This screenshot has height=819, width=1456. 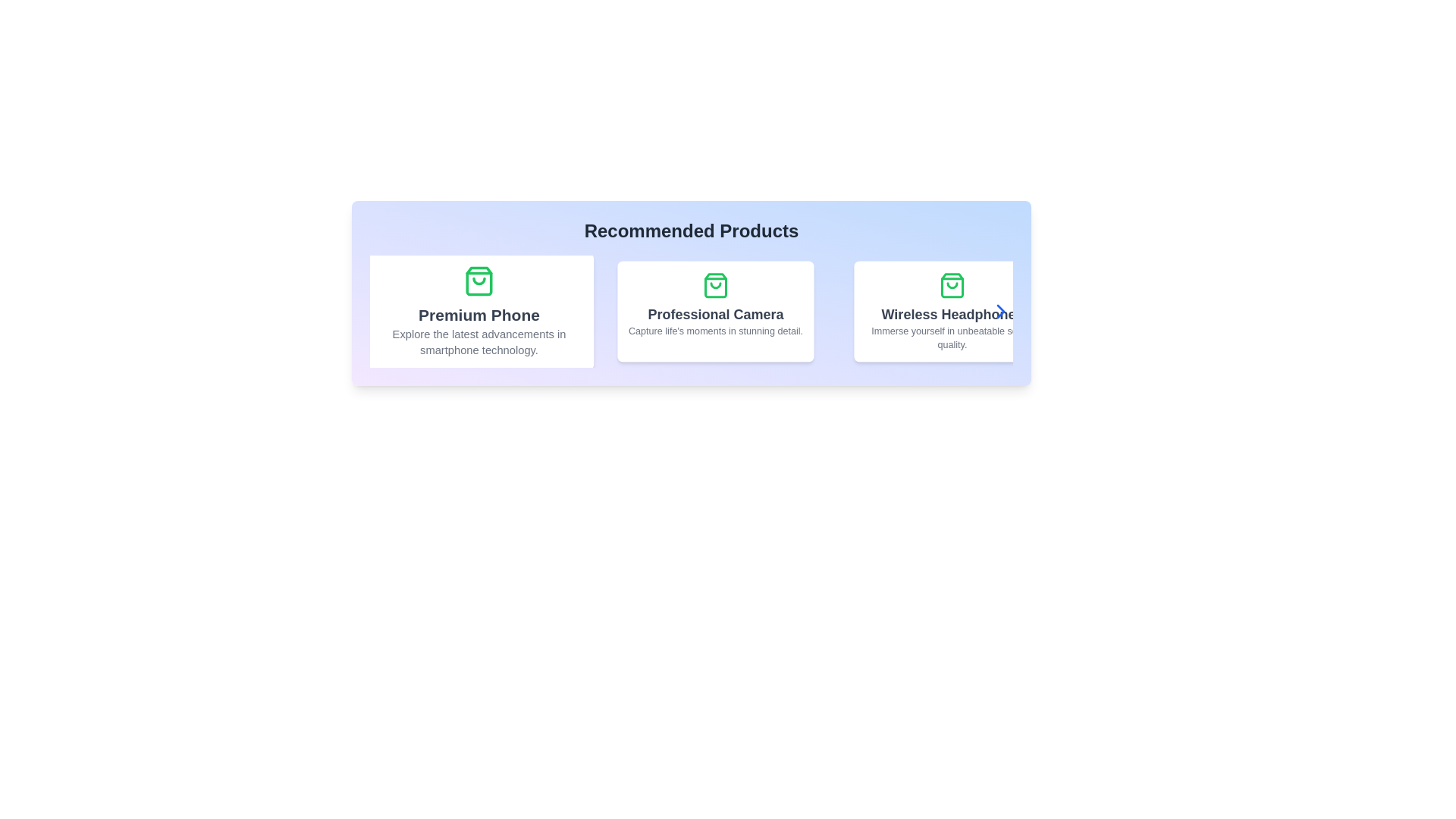 What do you see at coordinates (382, 311) in the screenshot?
I see `the left navigation button to navigate to the previous product` at bounding box center [382, 311].